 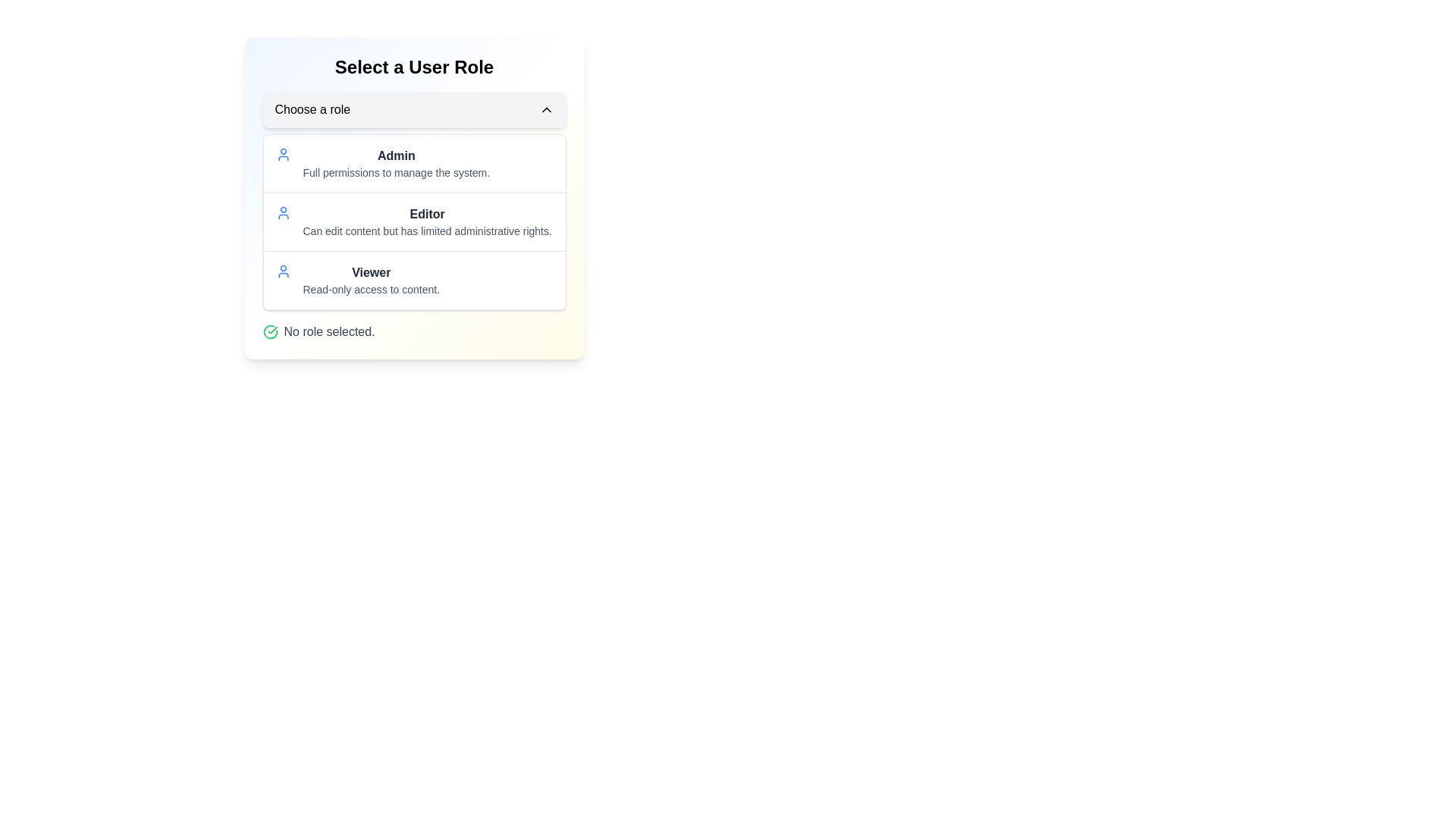 I want to click on the descriptive text explaining the permissions associated with the 'Editor' role, located beneath the bolded 'Editor' label in the middle option of the user role selection menu, so click(x=426, y=231).